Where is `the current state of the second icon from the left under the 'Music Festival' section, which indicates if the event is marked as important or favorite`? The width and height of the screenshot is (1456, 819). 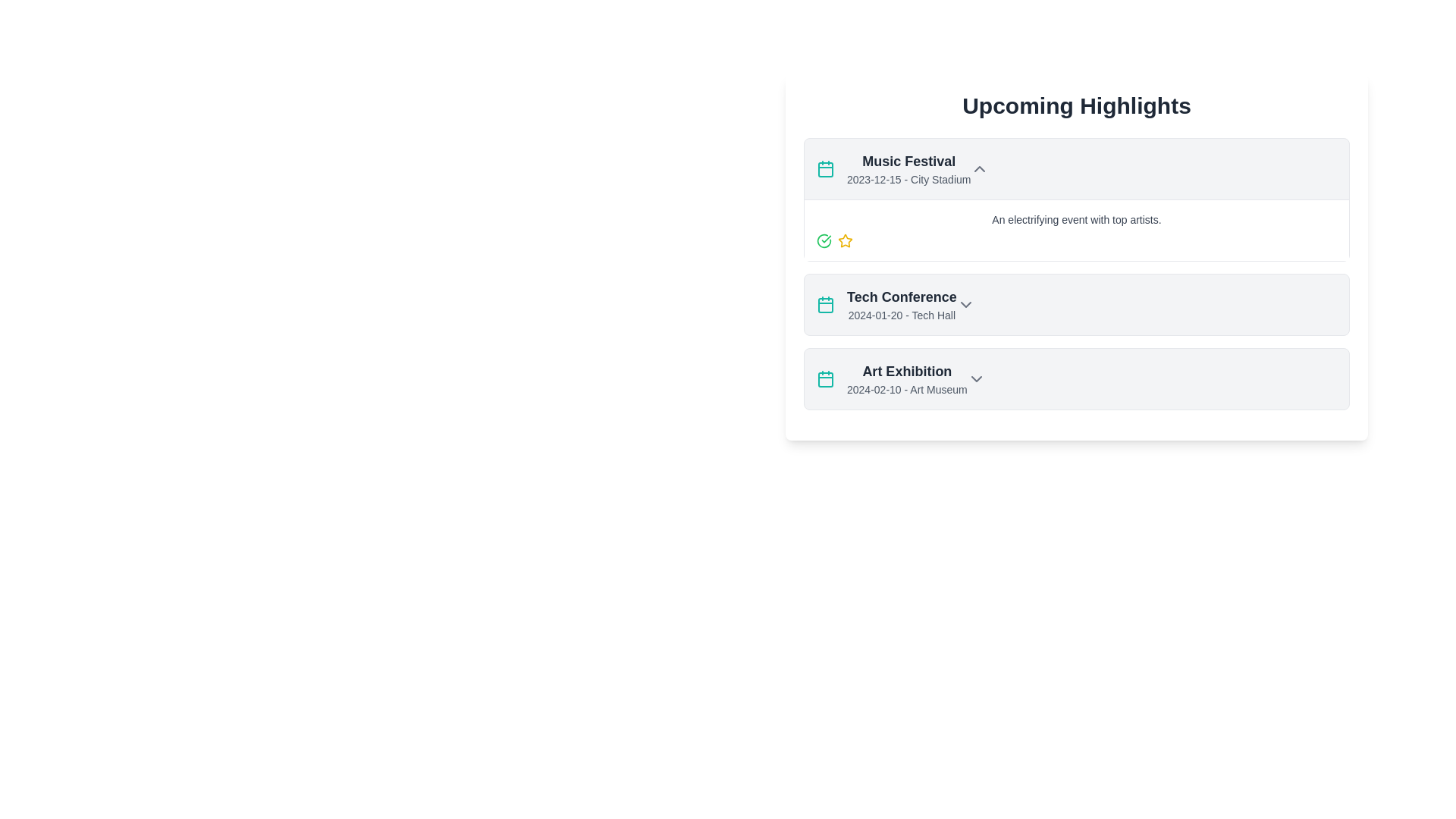 the current state of the second icon from the left under the 'Music Festival' section, which indicates if the event is marked as important or favorite is located at coordinates (844, 240).